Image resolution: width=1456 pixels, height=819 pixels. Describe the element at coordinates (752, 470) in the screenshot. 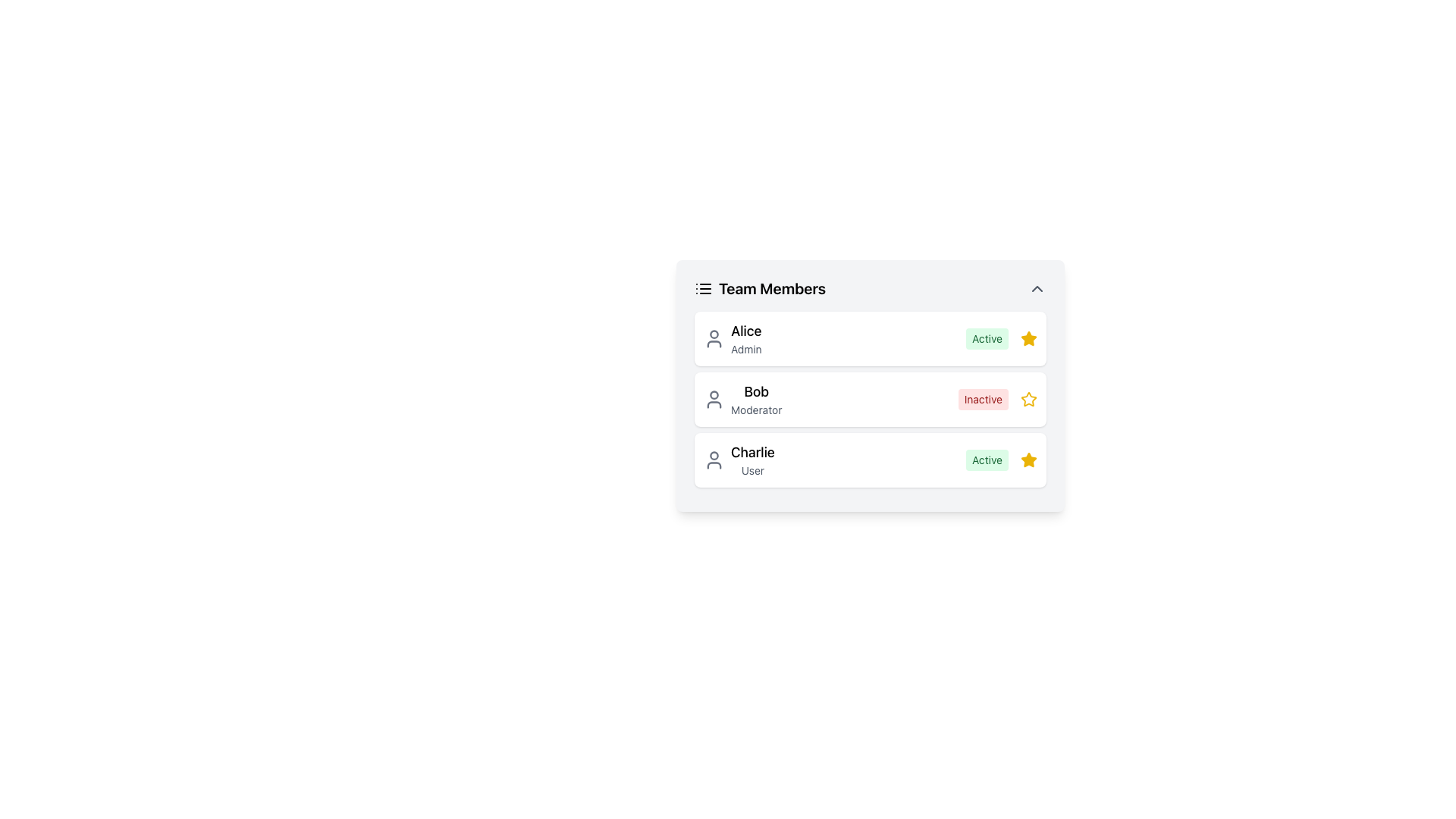

I see `the Text Label indicating the role or designation of the user 'Charlie' in the Team Members list, located in the third row below the text 'Charlie'` at that location.